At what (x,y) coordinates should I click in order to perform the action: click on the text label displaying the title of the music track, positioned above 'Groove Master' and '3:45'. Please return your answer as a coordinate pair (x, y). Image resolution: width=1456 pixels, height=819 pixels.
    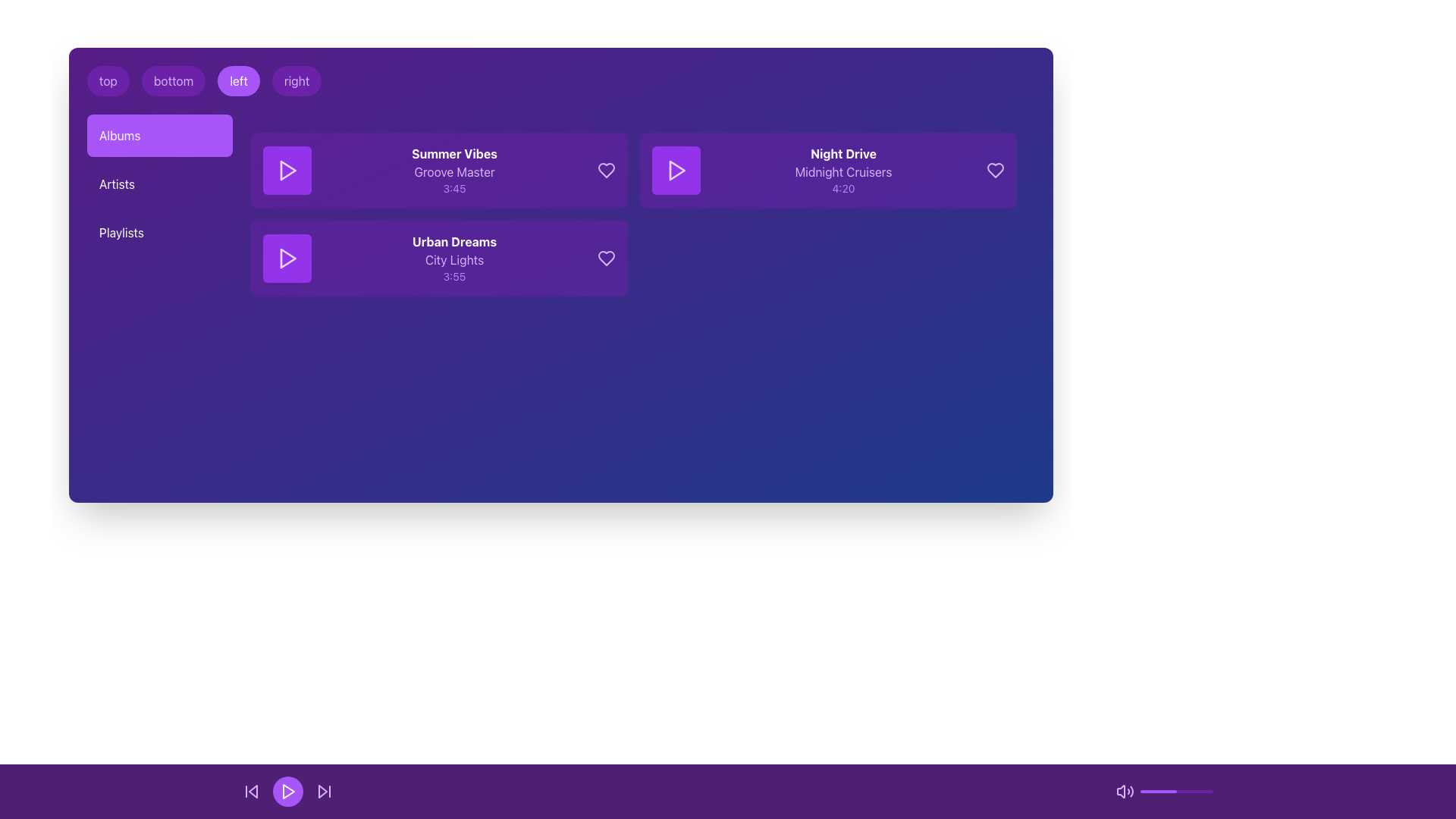
    Looking at the image, I should click on (453, 154).